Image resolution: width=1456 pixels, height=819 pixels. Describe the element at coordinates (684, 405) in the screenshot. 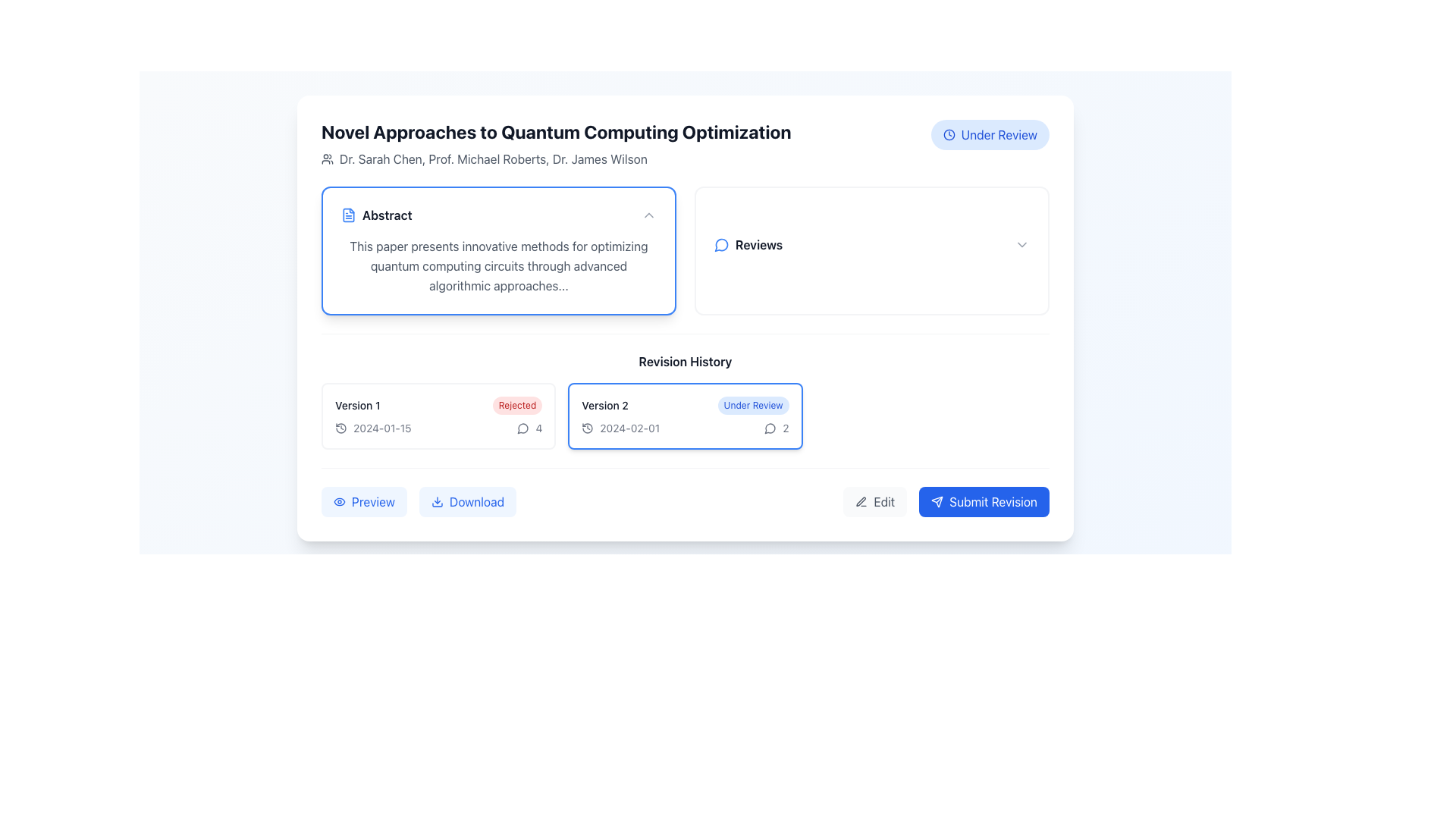

I see `textual header element displaying 'Version 2' in the second revision block under the 'Revision History' section` at that location.